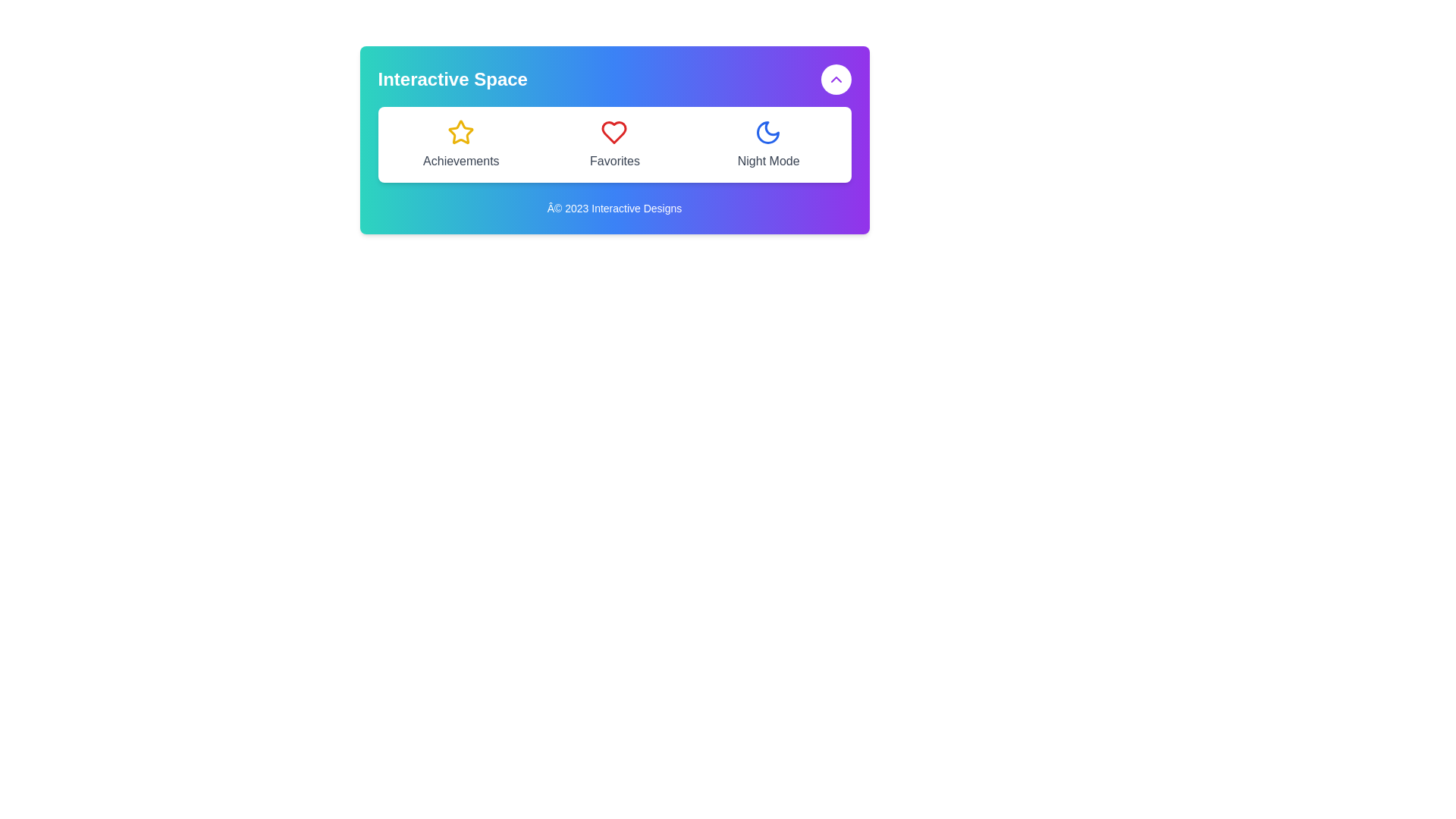 This screenshot has height=819, width=1456. I want to click on the text label element that serves as the label for the 'Favorites' section, positioned directly below the heart icon, so click(614, 161).